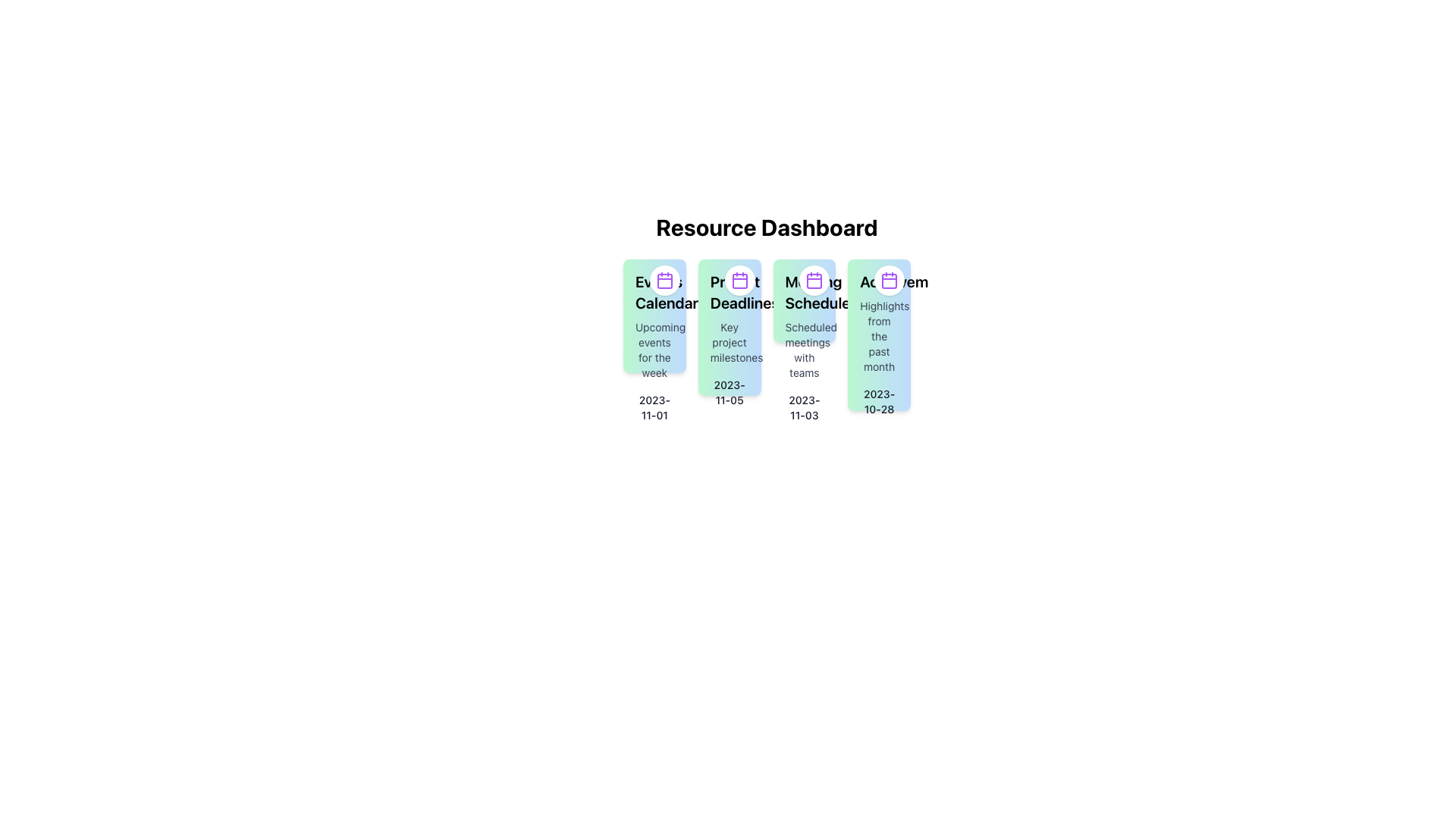 The width and height of the screenshot is (1456, 819). Describe the element at coordinates (730, 292) in the screenshot. I see `text label 'Project Deadlines' which is styled in bold and larger font, located at the top of the card in the interface` at that location.